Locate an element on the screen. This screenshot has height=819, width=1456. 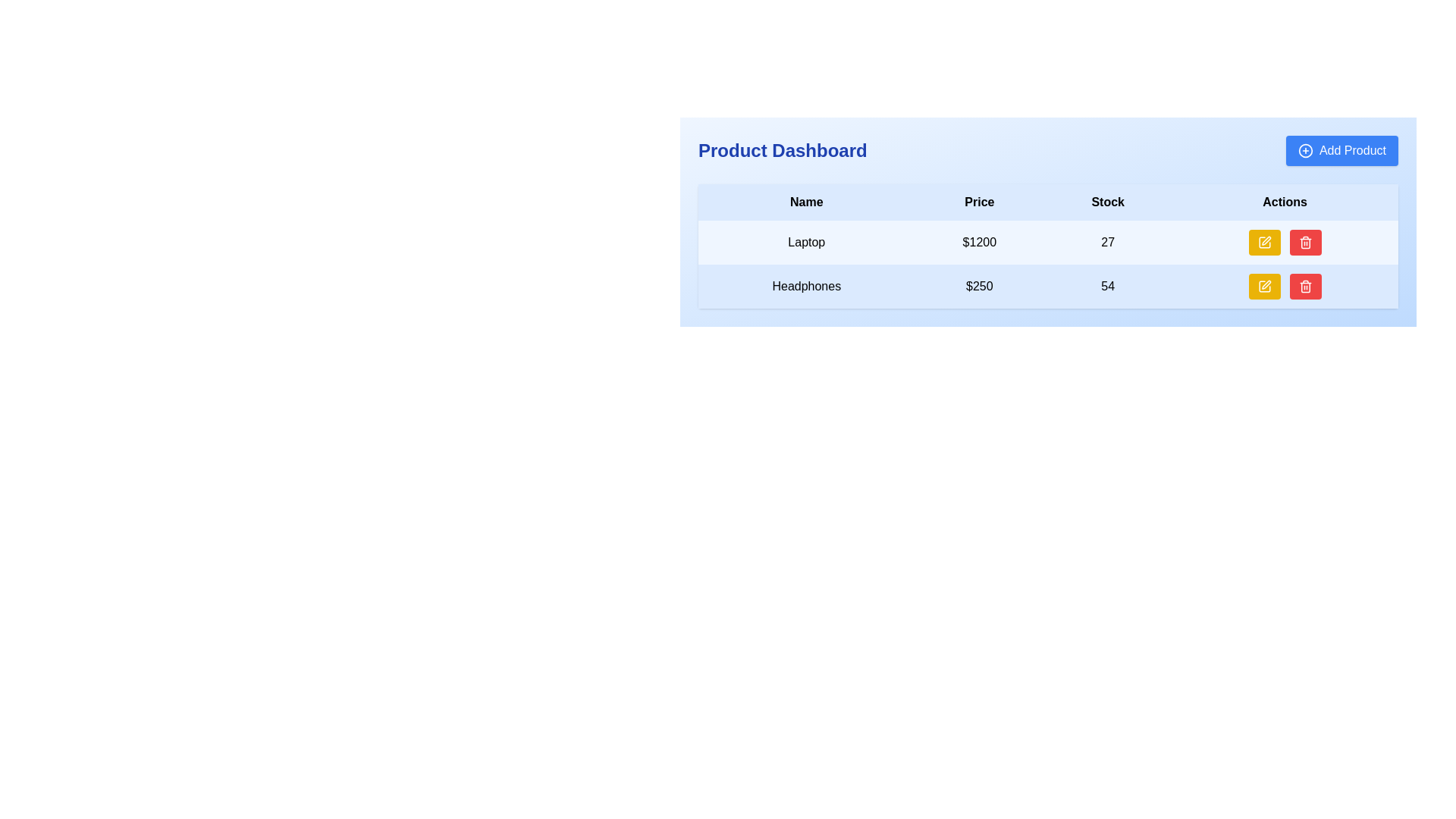
the yellow button in the Actions column is located at coordinates (1284, 287).